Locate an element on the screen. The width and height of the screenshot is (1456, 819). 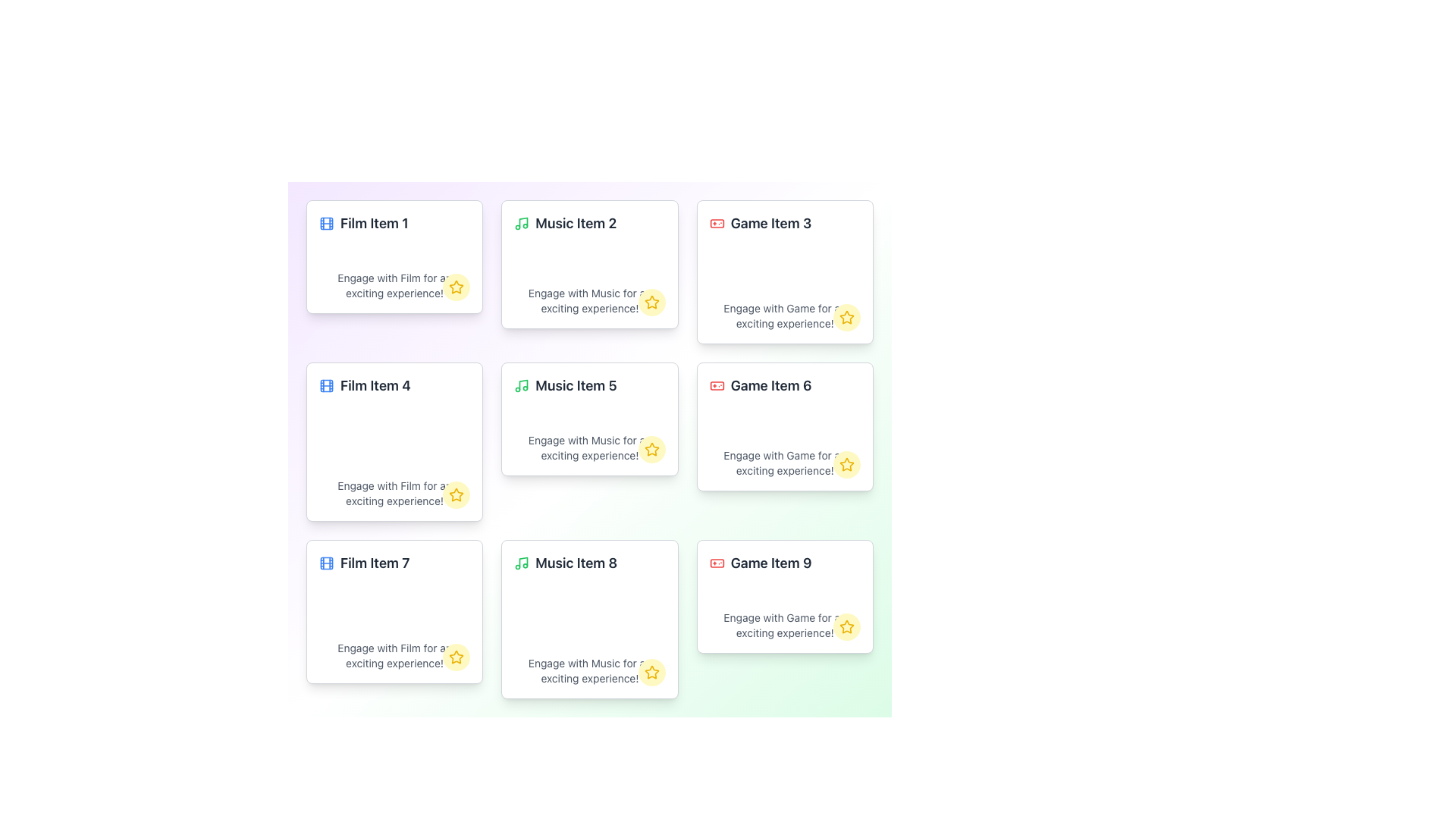
on the 'Music Item 5' card is located at coordinates (588, 419).